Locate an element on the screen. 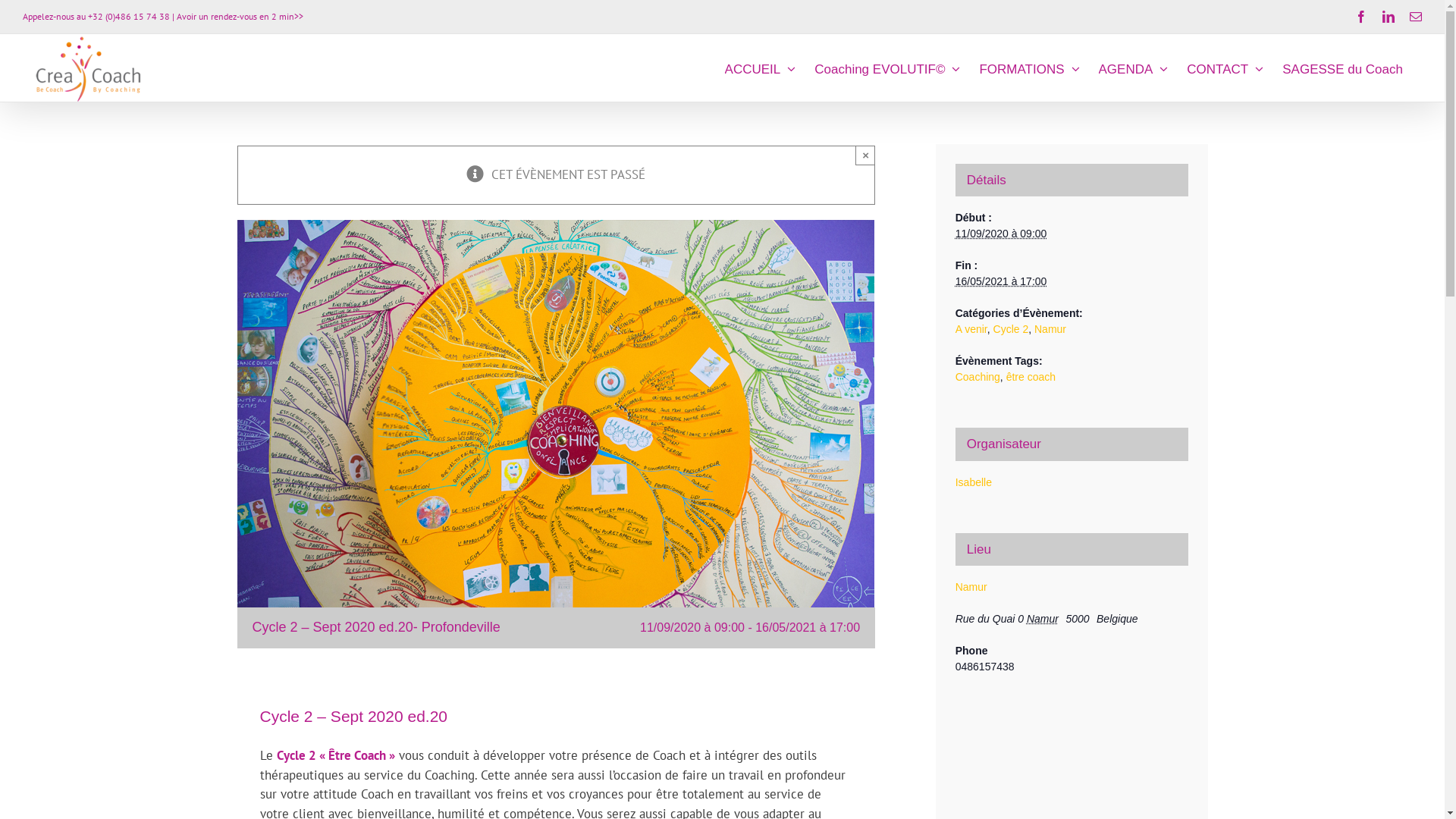  'Email' is located at coordinates (1415, 17).